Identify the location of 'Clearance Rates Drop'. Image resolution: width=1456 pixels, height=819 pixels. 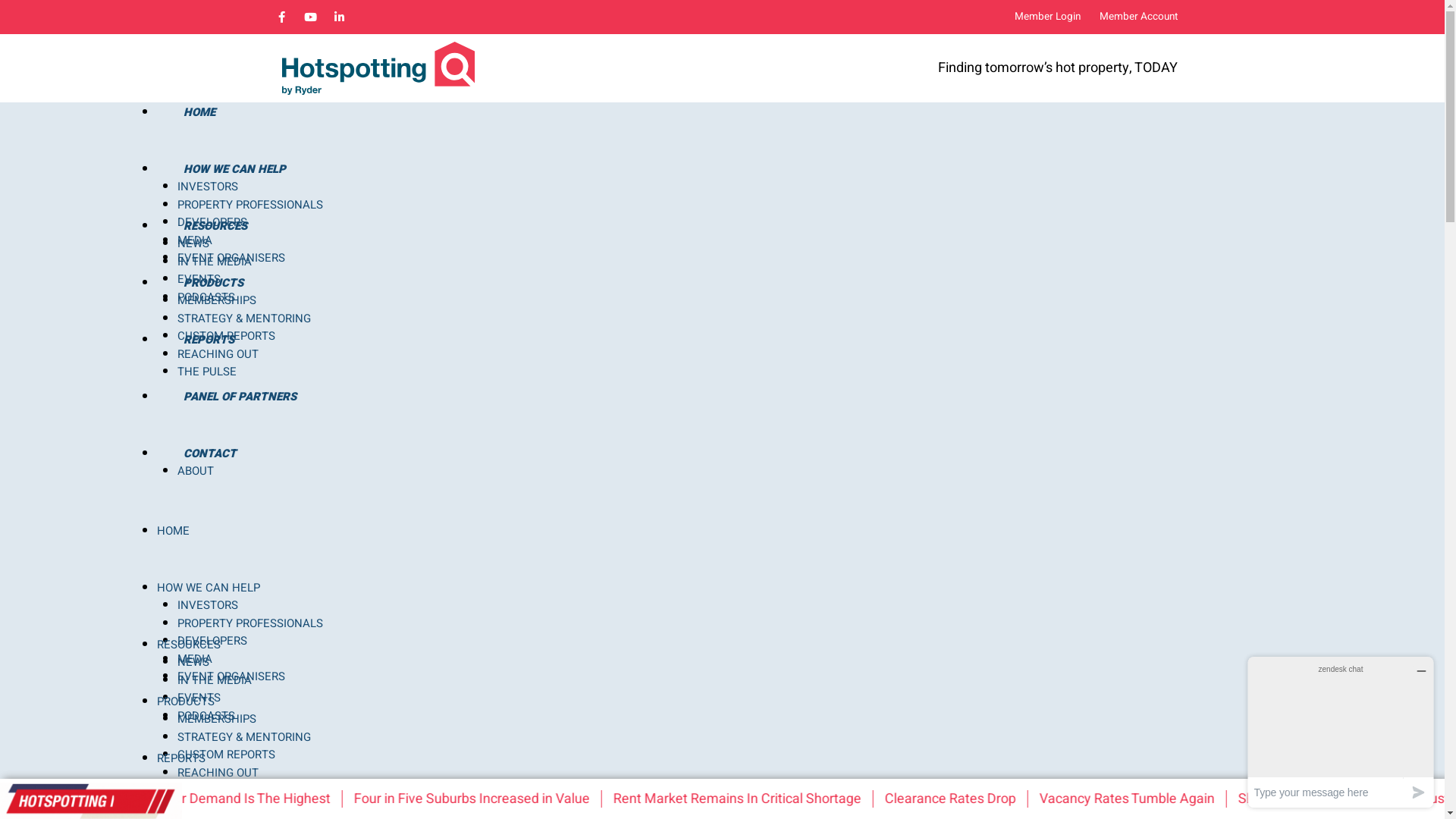
(902, 798).